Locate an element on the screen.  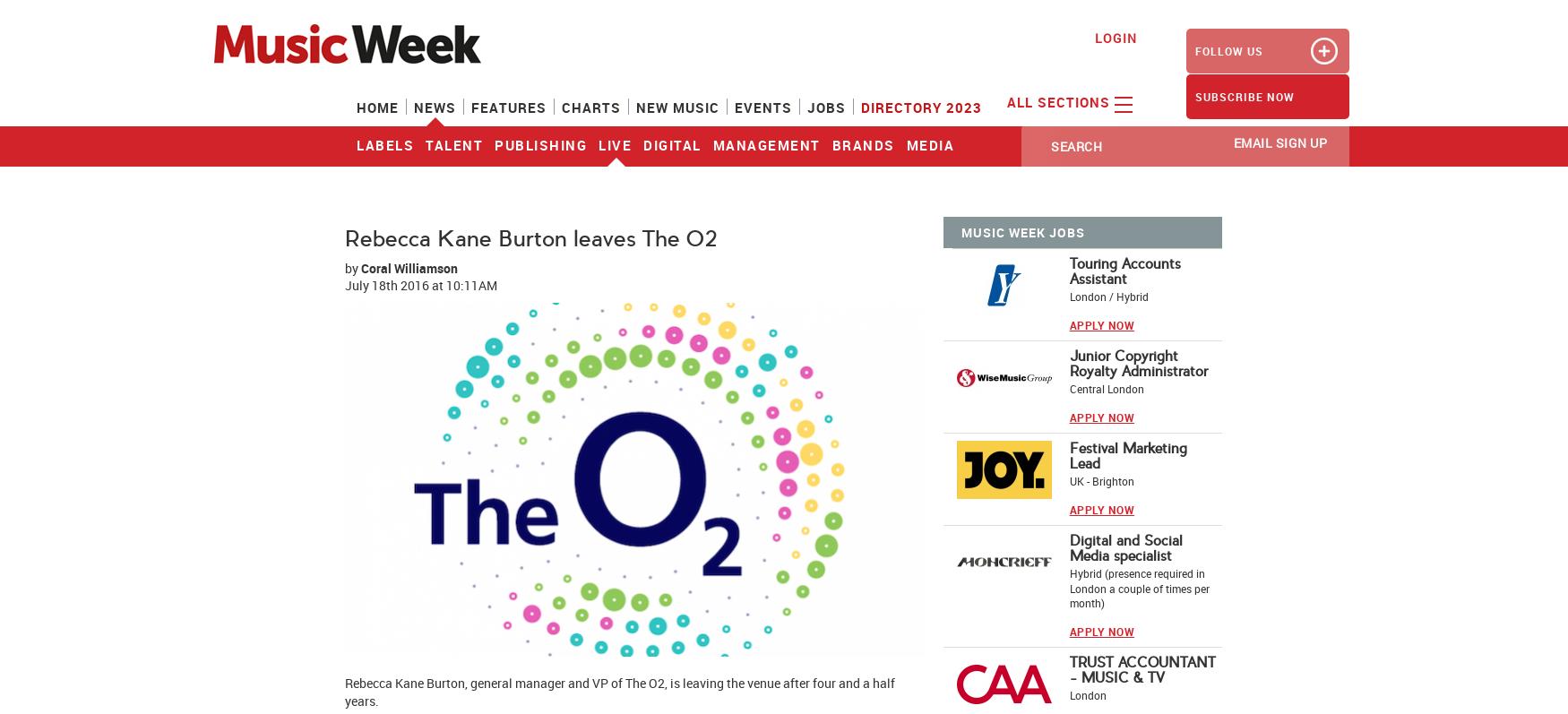
'Live' is located at coordinates (597, 145).